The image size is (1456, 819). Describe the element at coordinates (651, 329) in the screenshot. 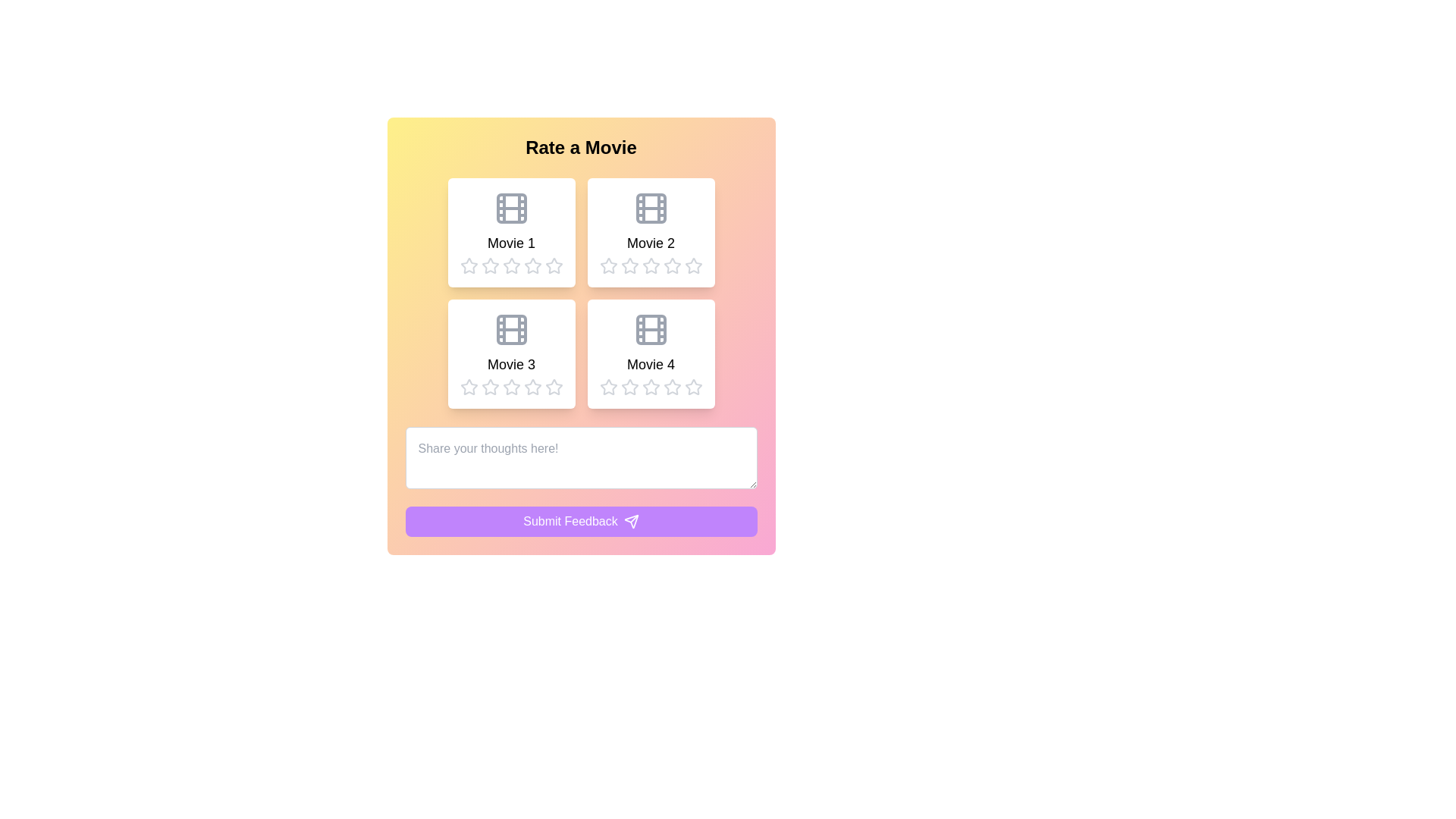

I see `the film reel icon located at the top center of the 'Movie 4' content box in the bottom right corner of the grid` at that location.